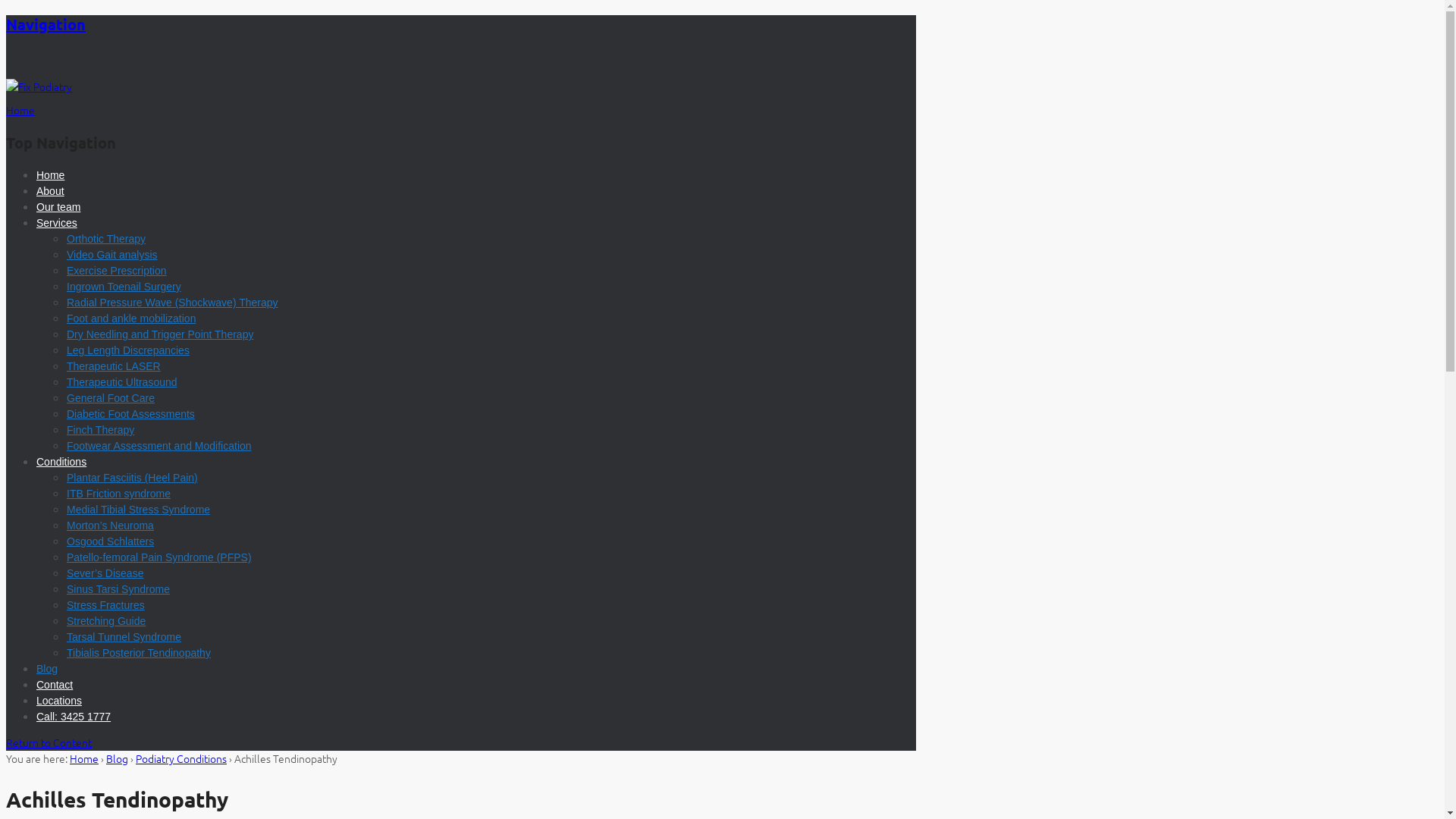 This screenshot has width=1456, height=819. Describe the element at coordinates (130, 414) in the screenshot. I see `'Diabetic Foot Assessments'` at that location.